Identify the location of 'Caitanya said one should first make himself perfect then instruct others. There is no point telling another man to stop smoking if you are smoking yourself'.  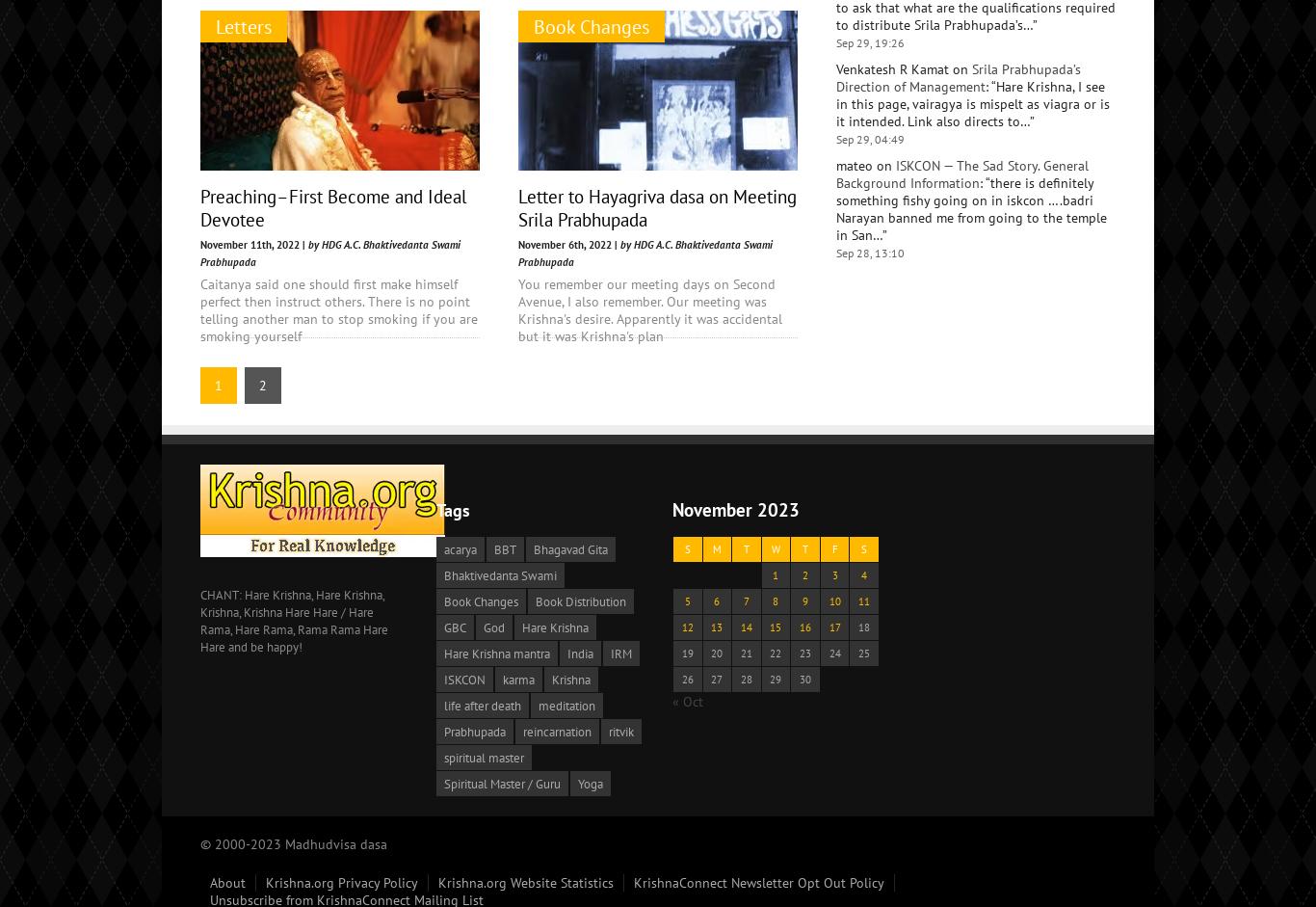
(338, 309).